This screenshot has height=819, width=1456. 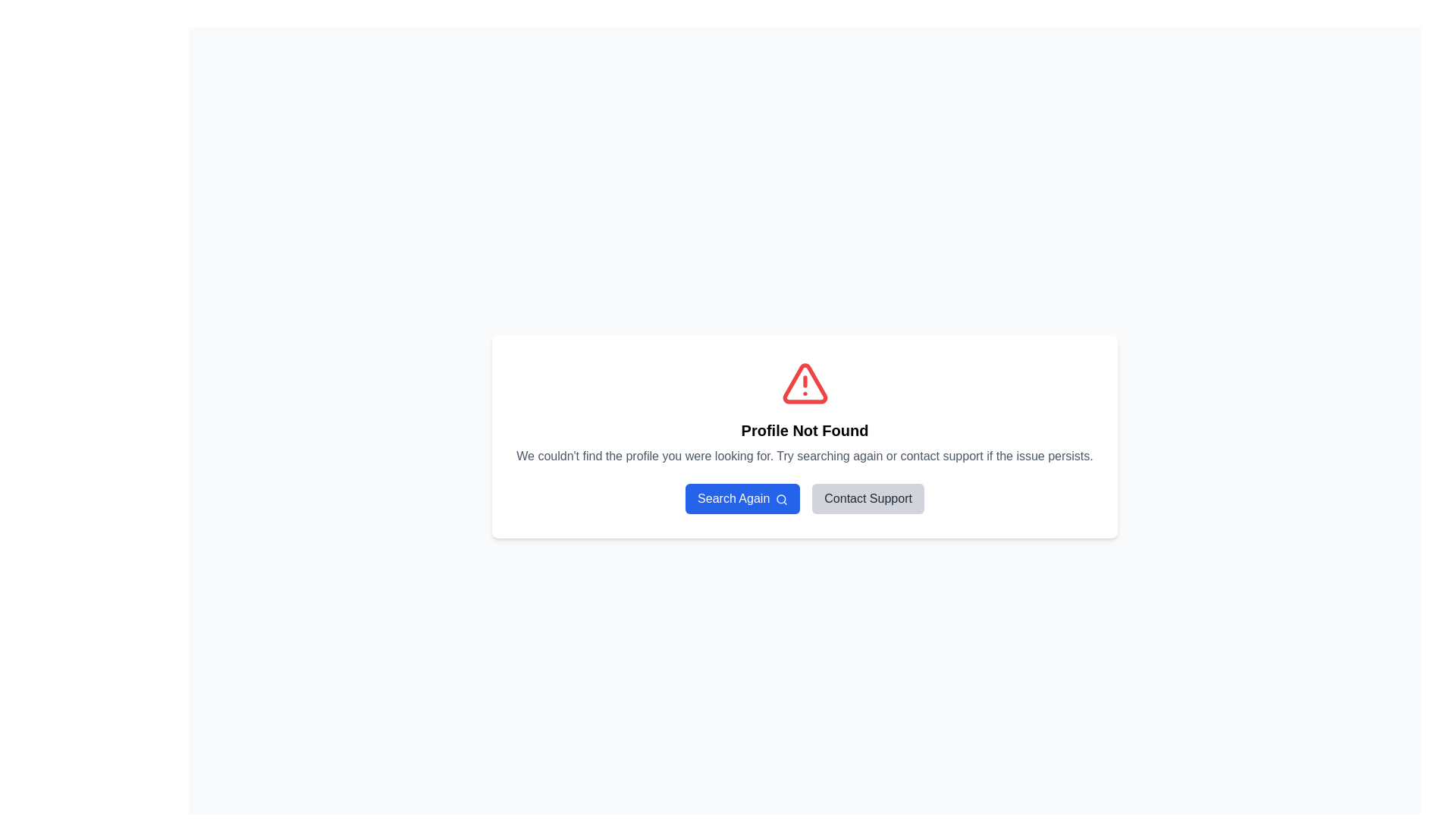 I want to click on the second button in the horizontal layout, which initiates a support-related action, to observe the hover effects, so click(x=868, y=499).